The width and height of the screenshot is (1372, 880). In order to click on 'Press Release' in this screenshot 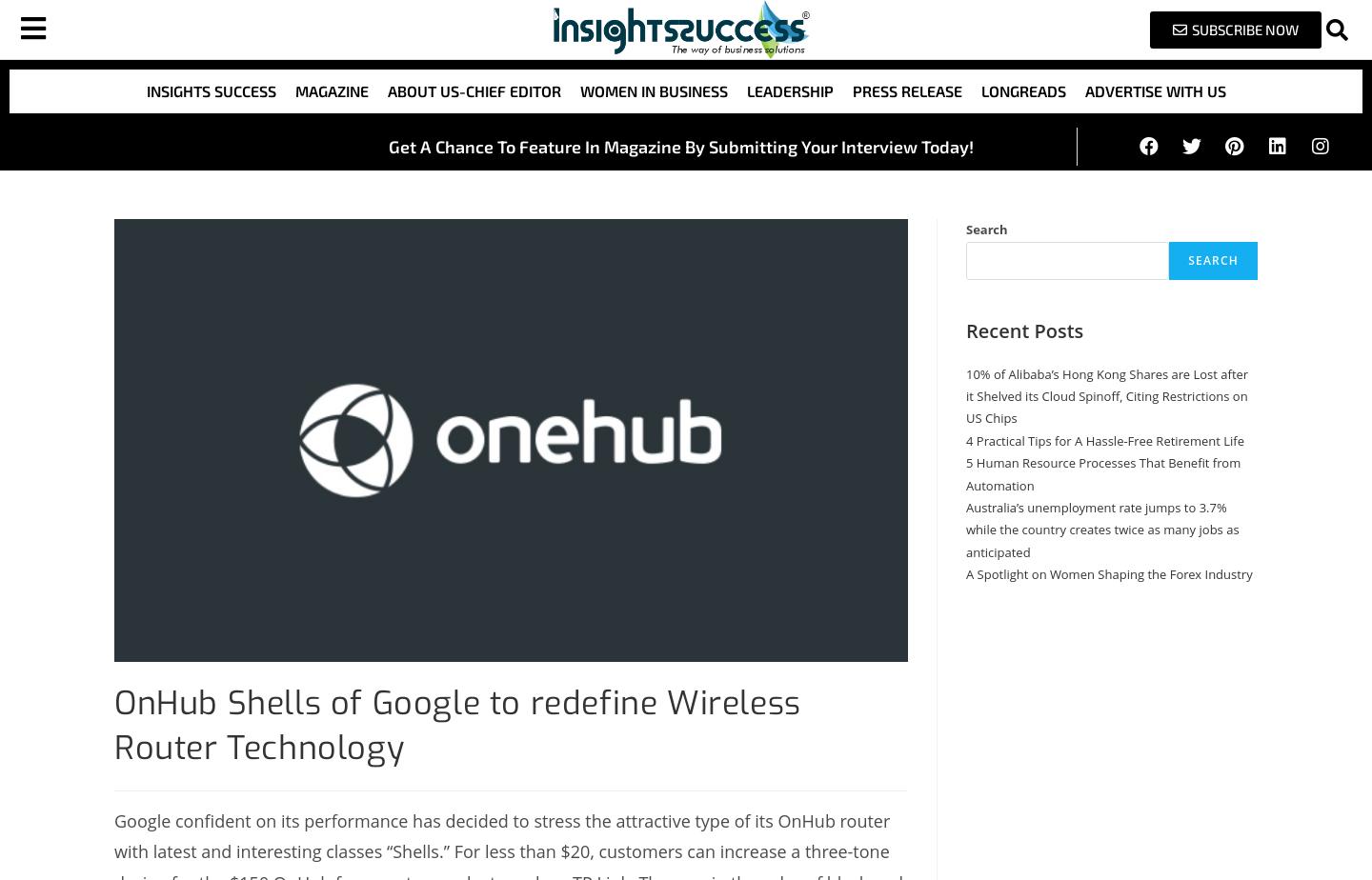, I will do `click(906, 90)`.